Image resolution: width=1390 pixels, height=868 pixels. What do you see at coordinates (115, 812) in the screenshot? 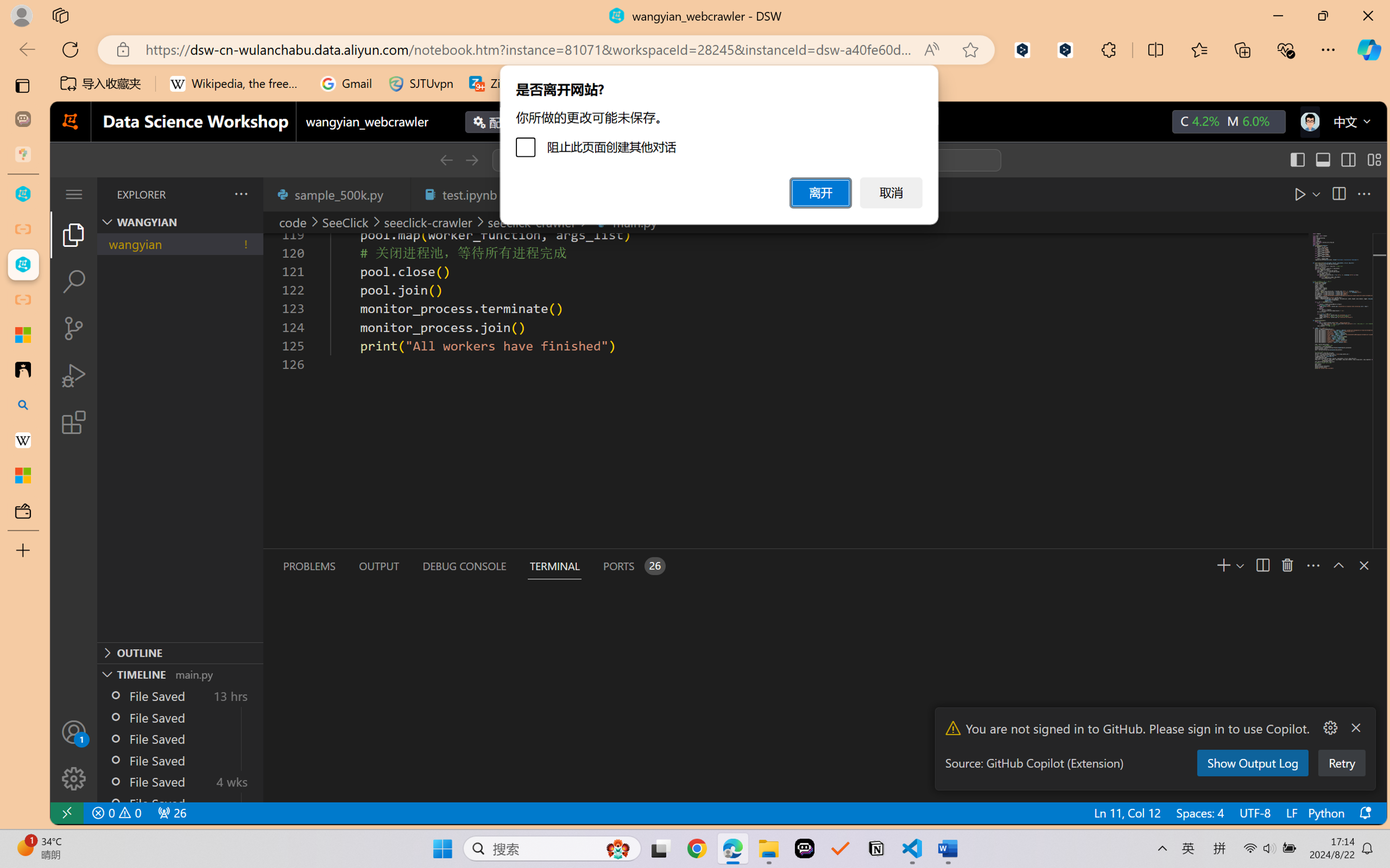
I see `'No Problems'` at bounding box center [115, 812].